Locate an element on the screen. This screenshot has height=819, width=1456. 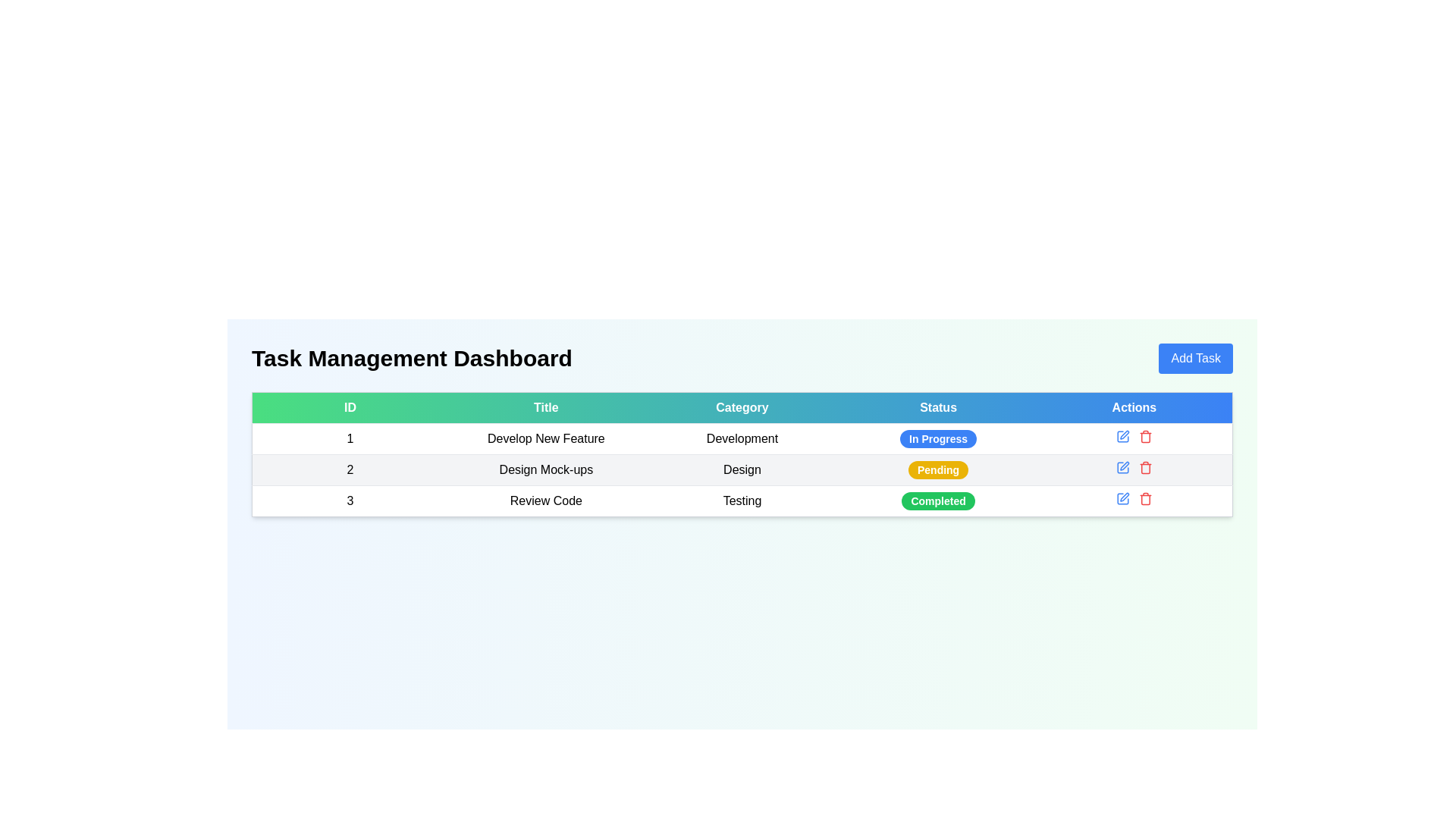
status indicator displaying 'In Progress' for the task 'Develop New Feature' located in the 'Status' column of the first row in the 'Task Management Dashboard' is located at coordinates (937, 438).